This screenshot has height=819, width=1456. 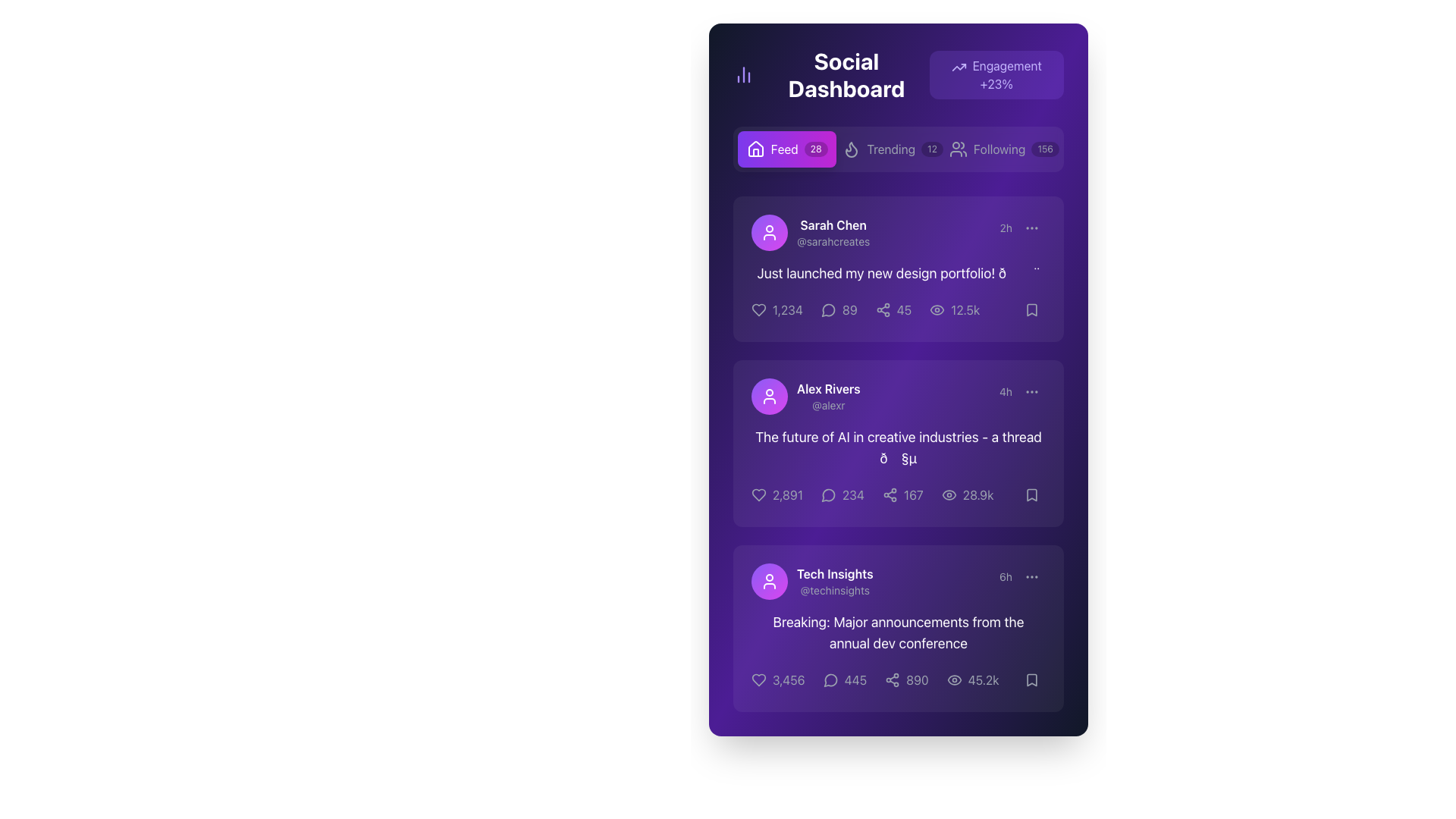 I want to click on the text label displaying the bold number '89', which is a count indicator located to the right of the comment icon in the interaction bar of the first post in the feed, so click(x=849, y=309).